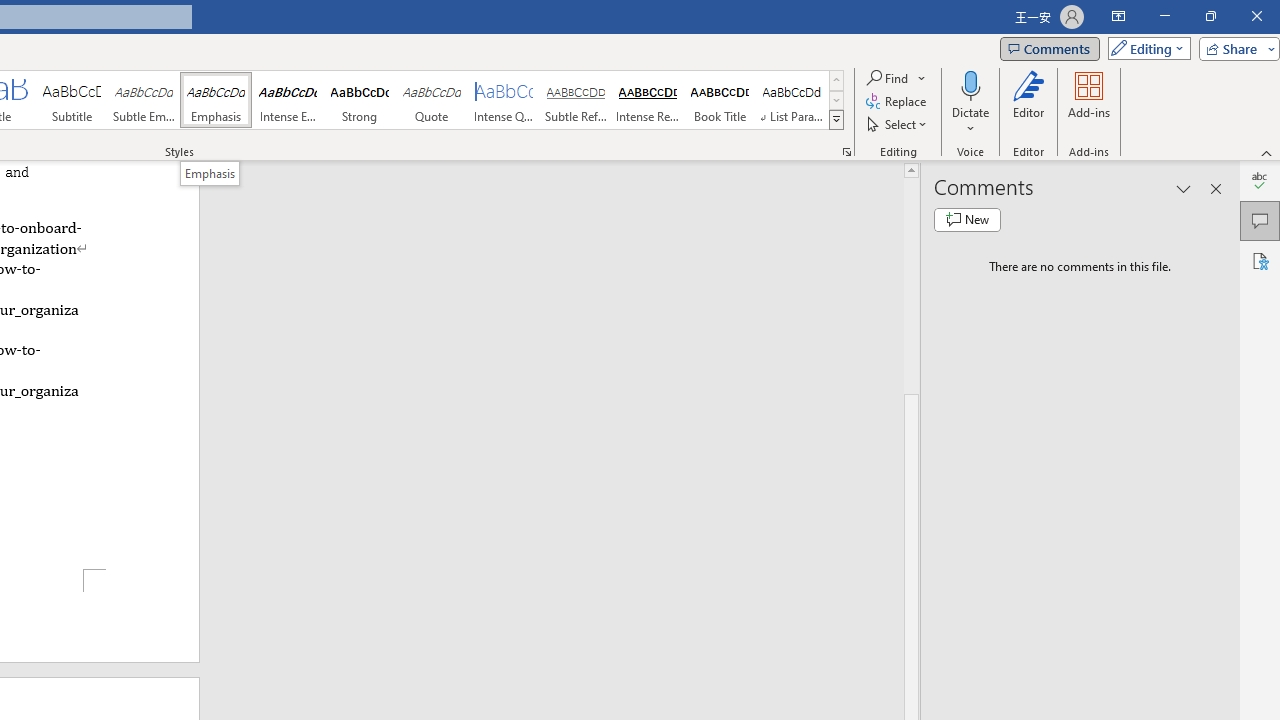 This screenshot has height=720, width=1280. What do you see at coordinates (143, 100) in the screenshot?
I see `'Subtle Emphasis'` at bounding box center [143, 100].